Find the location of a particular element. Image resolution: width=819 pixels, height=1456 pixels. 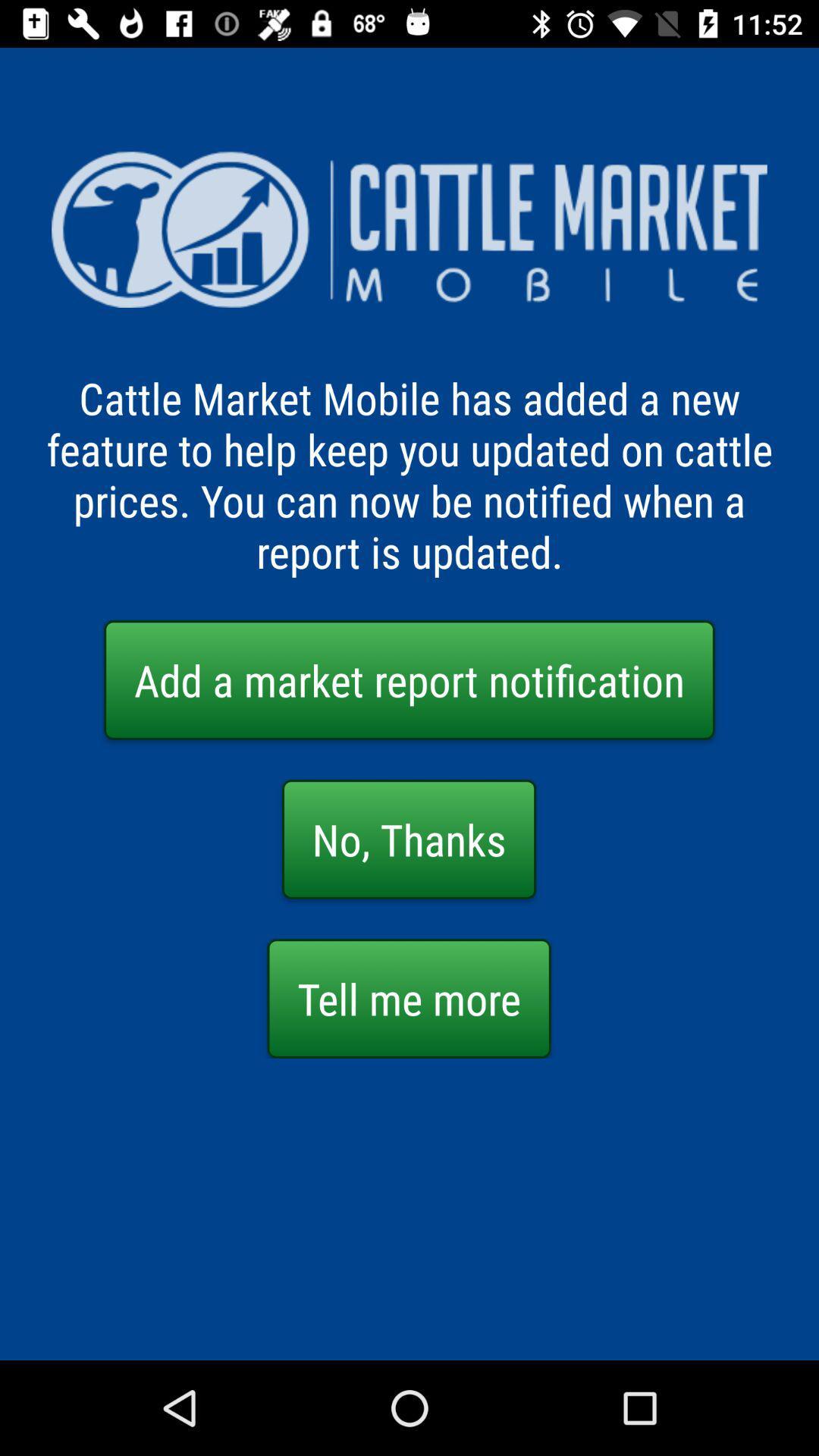

the item below no, thanks icon is located at coordinates (408, 998).